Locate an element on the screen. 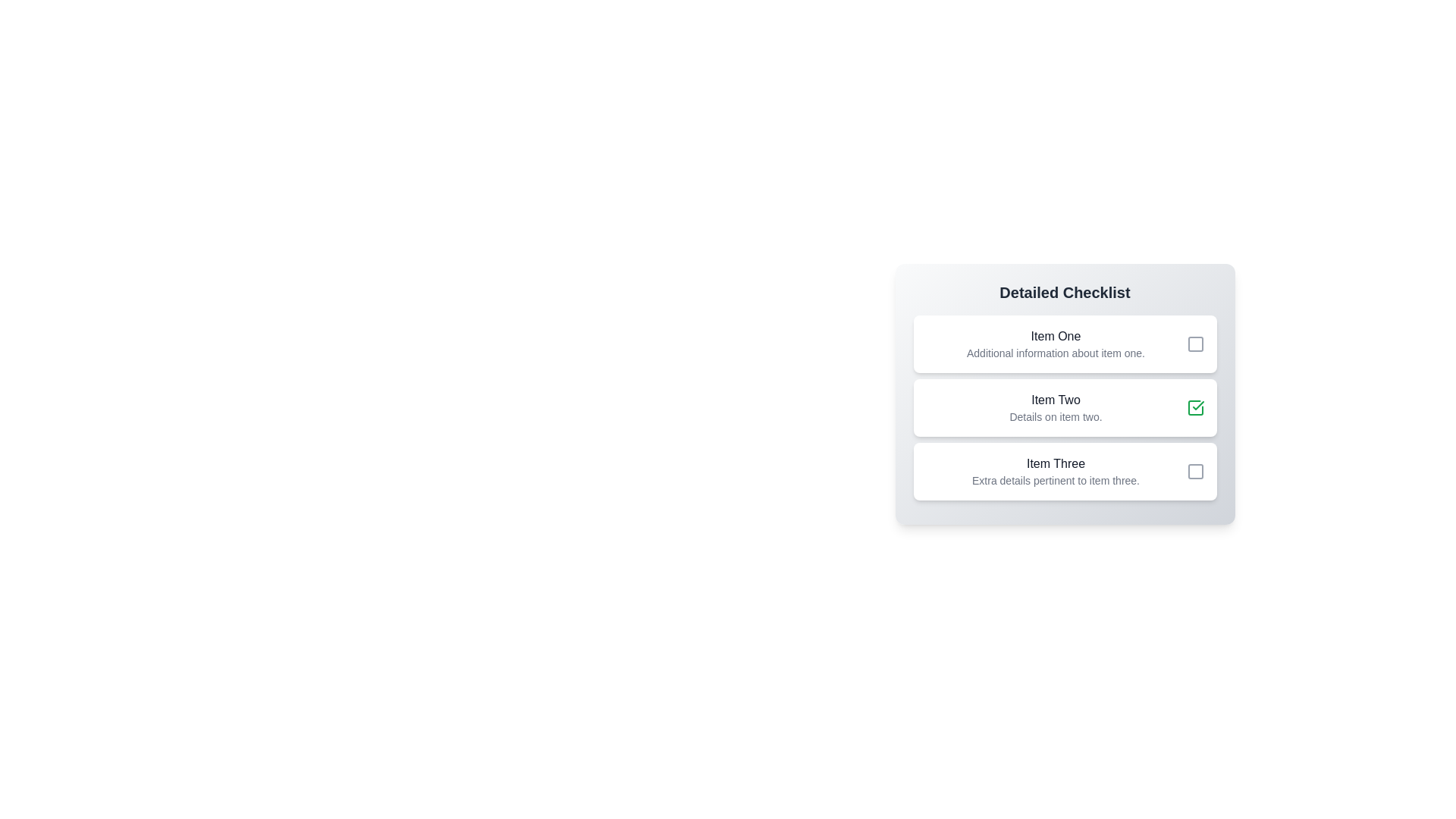 The height and width of the screenshot is (819, 1456). supplementary information text label located directly below the title 'Item One' in the checklist interface is located at coordinates (1055, 353).